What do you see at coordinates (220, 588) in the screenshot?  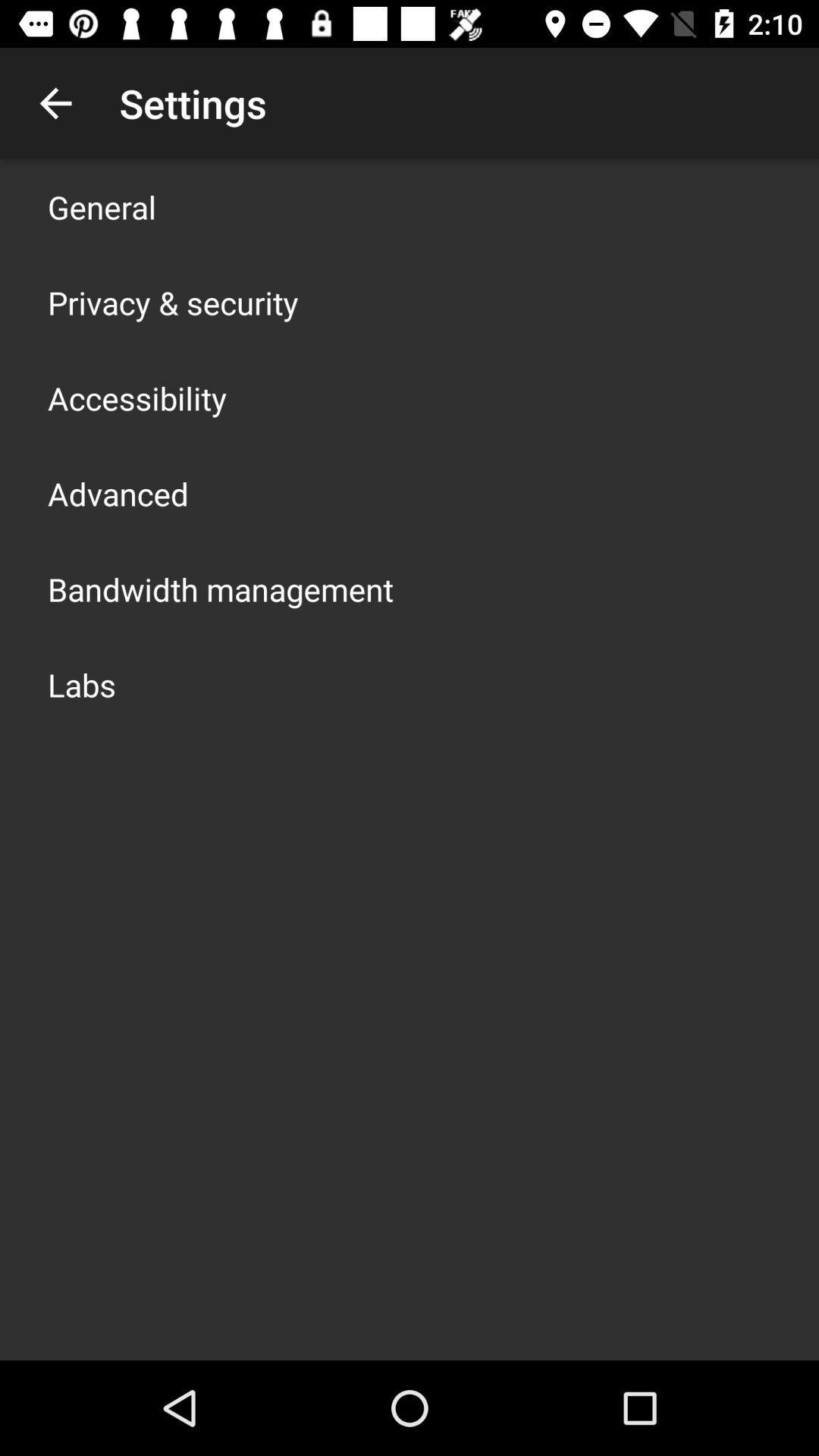 I see `the bandwidth management` at bounding box center [220, 588].